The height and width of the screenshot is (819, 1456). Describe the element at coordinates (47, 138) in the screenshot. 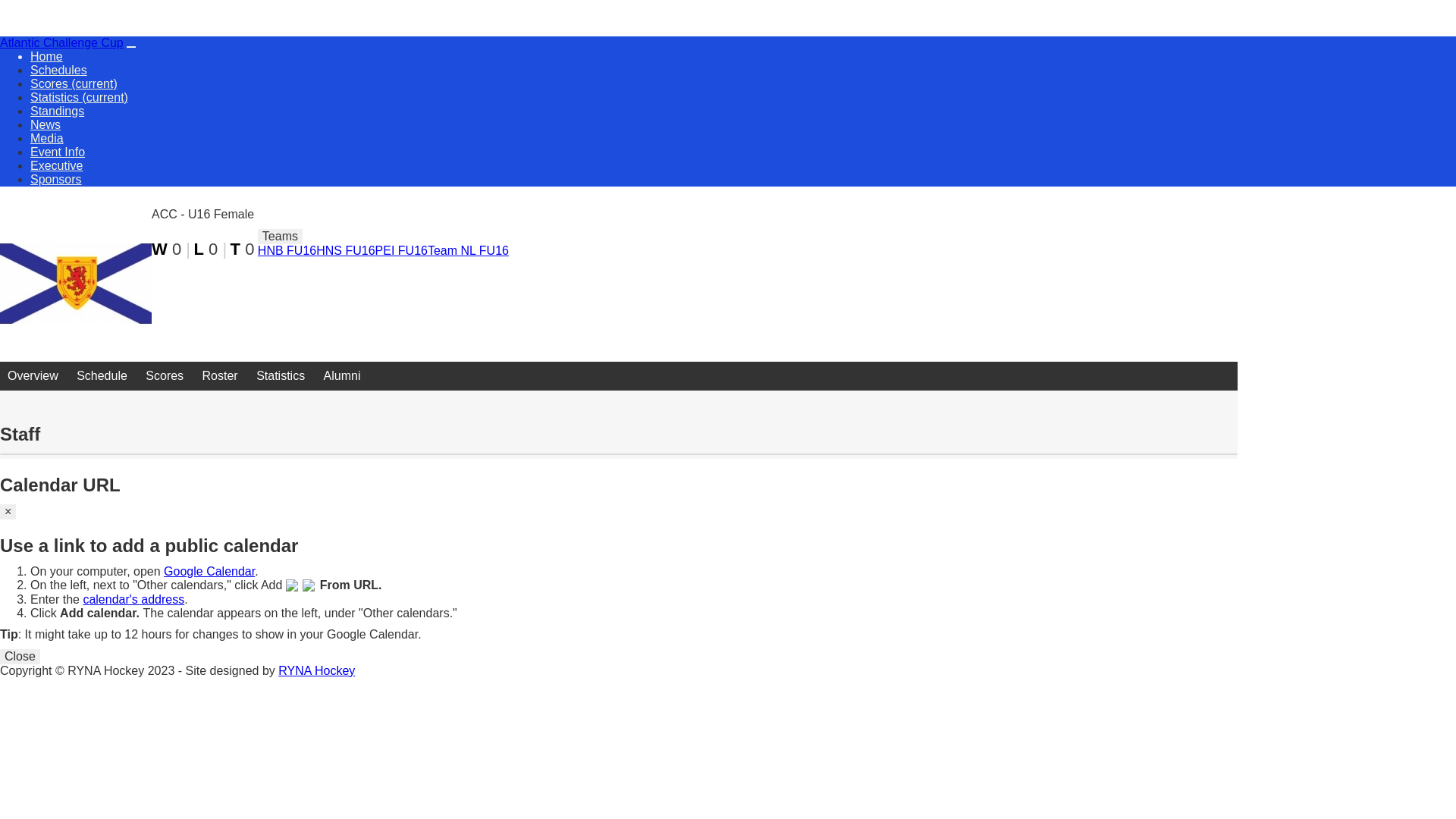

I see `'Media'` at that location.